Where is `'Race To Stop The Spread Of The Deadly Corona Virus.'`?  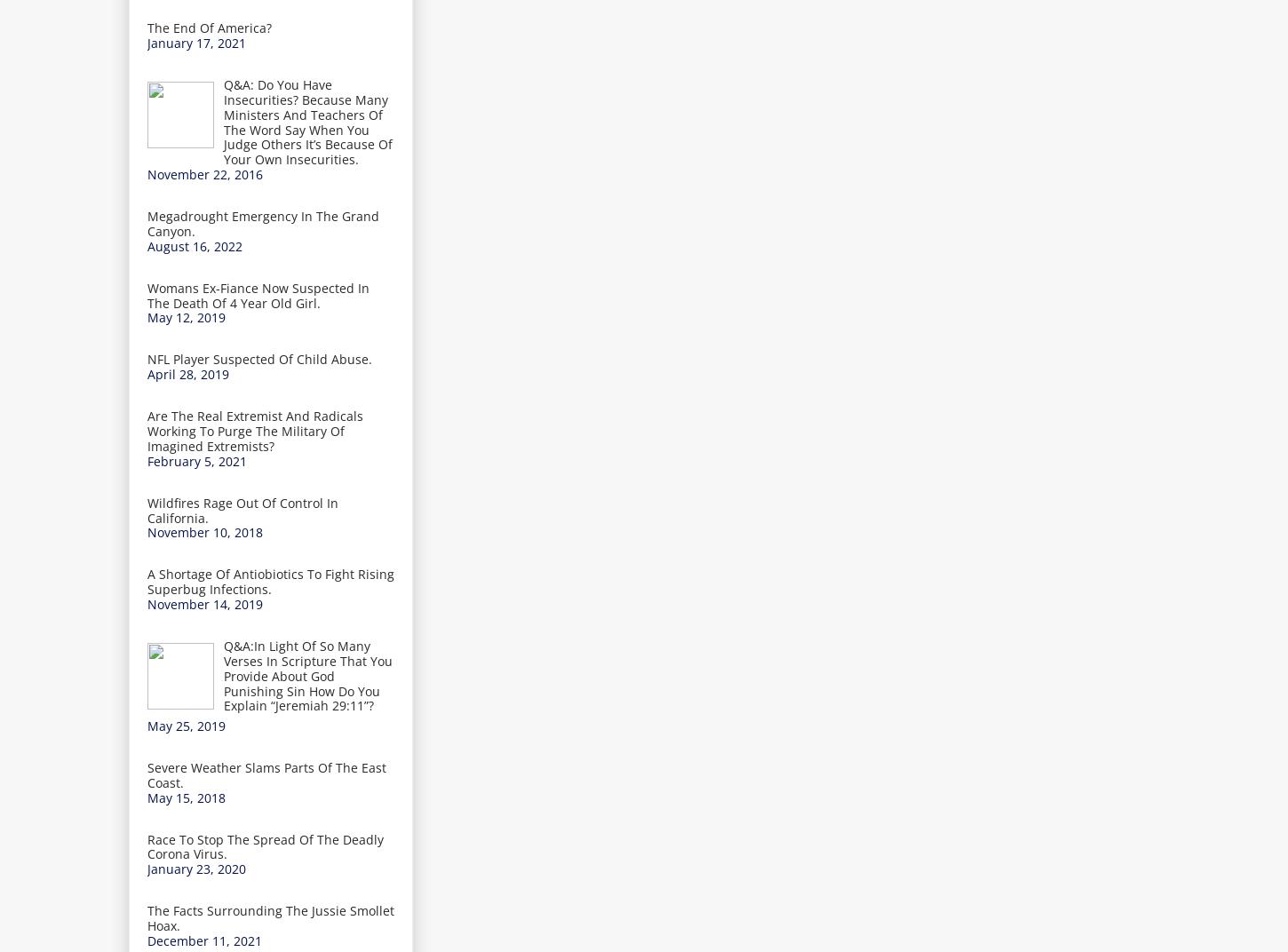
'Race To Stop The Spread Of The Deadly Corona Virus.' is located at coordinates (147, 845).